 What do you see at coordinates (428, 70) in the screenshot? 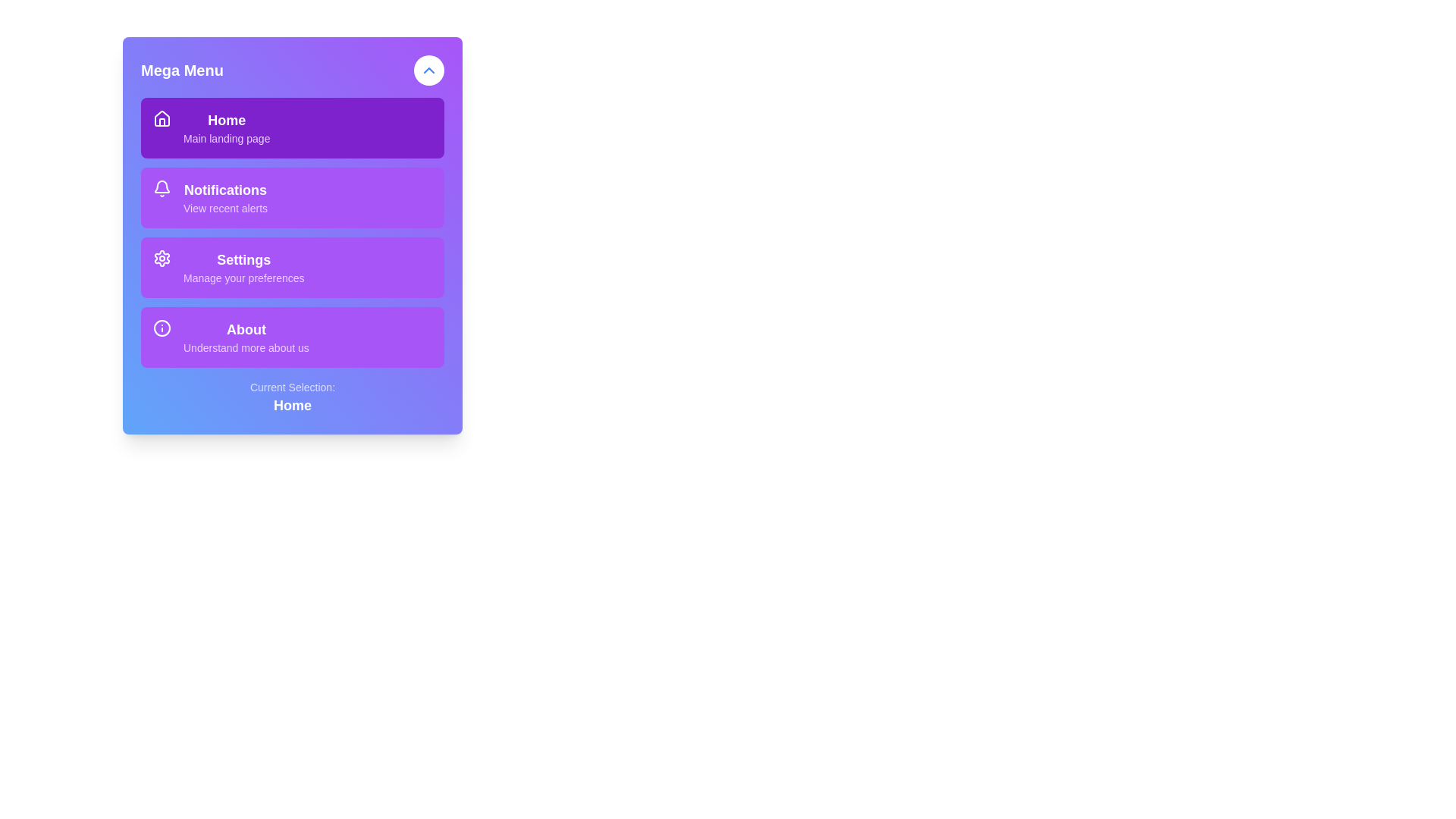
I see `the upward-pointing chevron icon within the blue outlined circular button in the Mega Menu` at bounding box center [428, 70].